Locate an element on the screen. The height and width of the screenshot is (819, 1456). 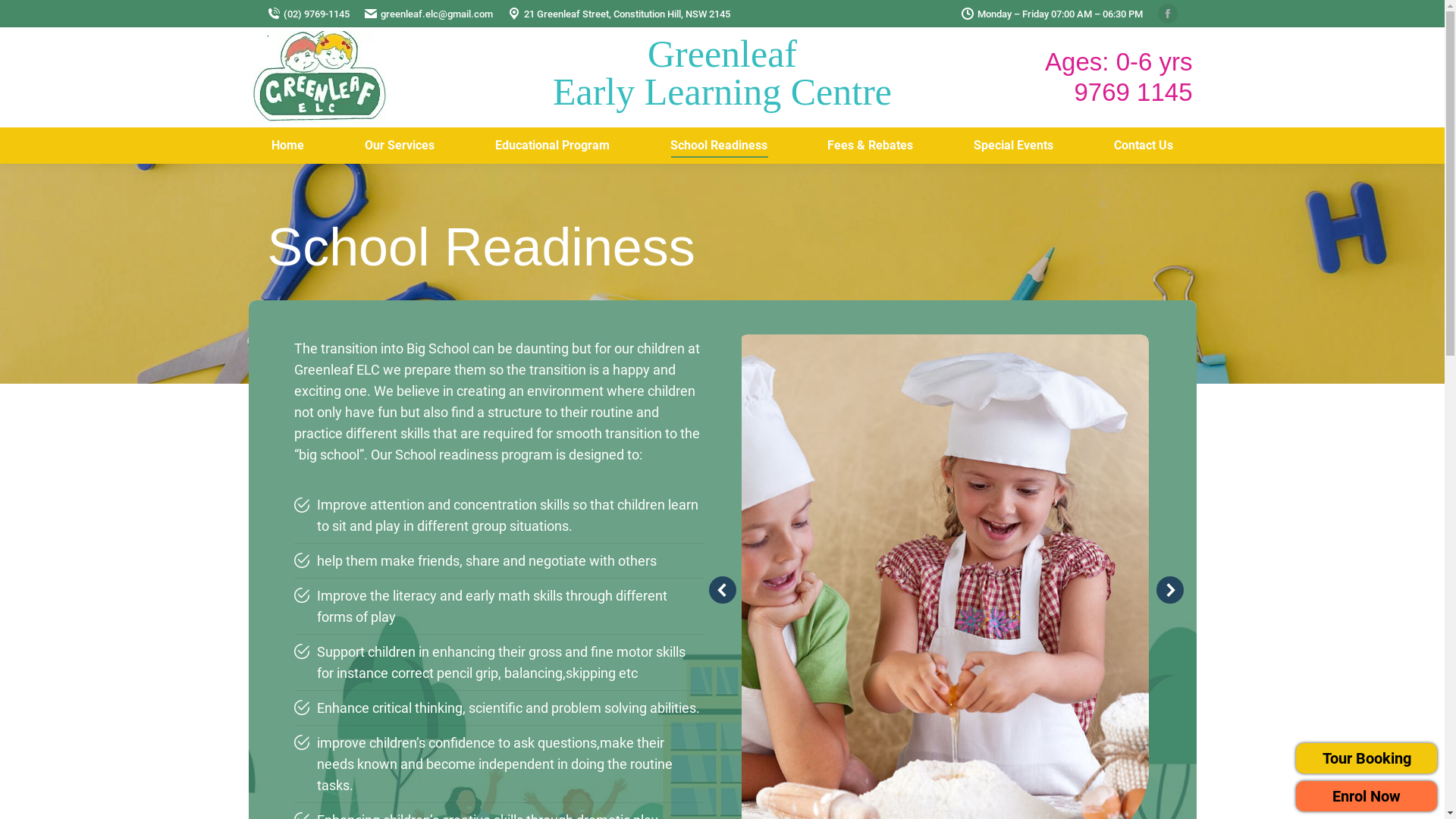
'Tour Booking' is located at coordinates (1294, 758).